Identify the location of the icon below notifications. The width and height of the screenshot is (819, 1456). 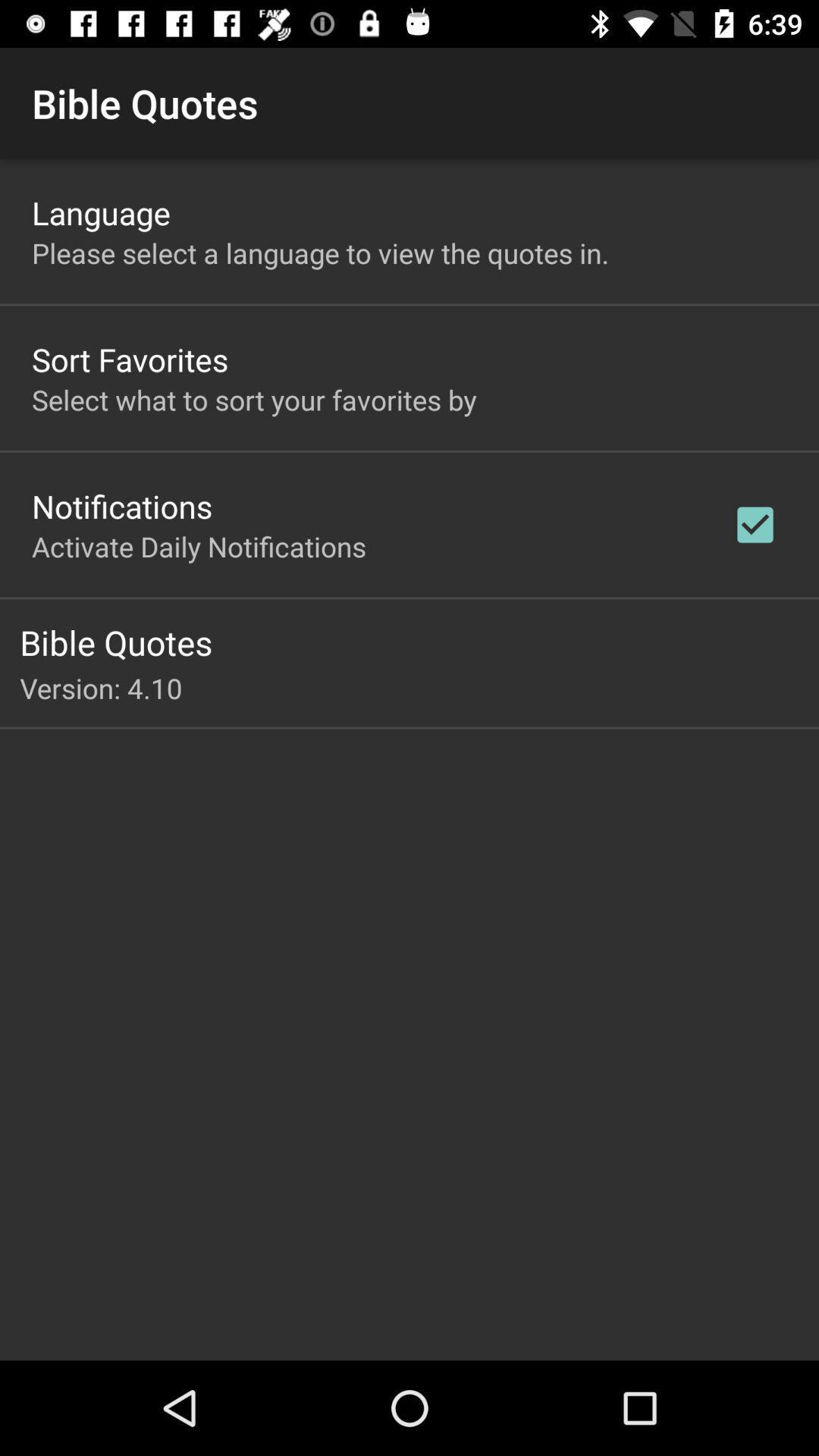
(198, 546).